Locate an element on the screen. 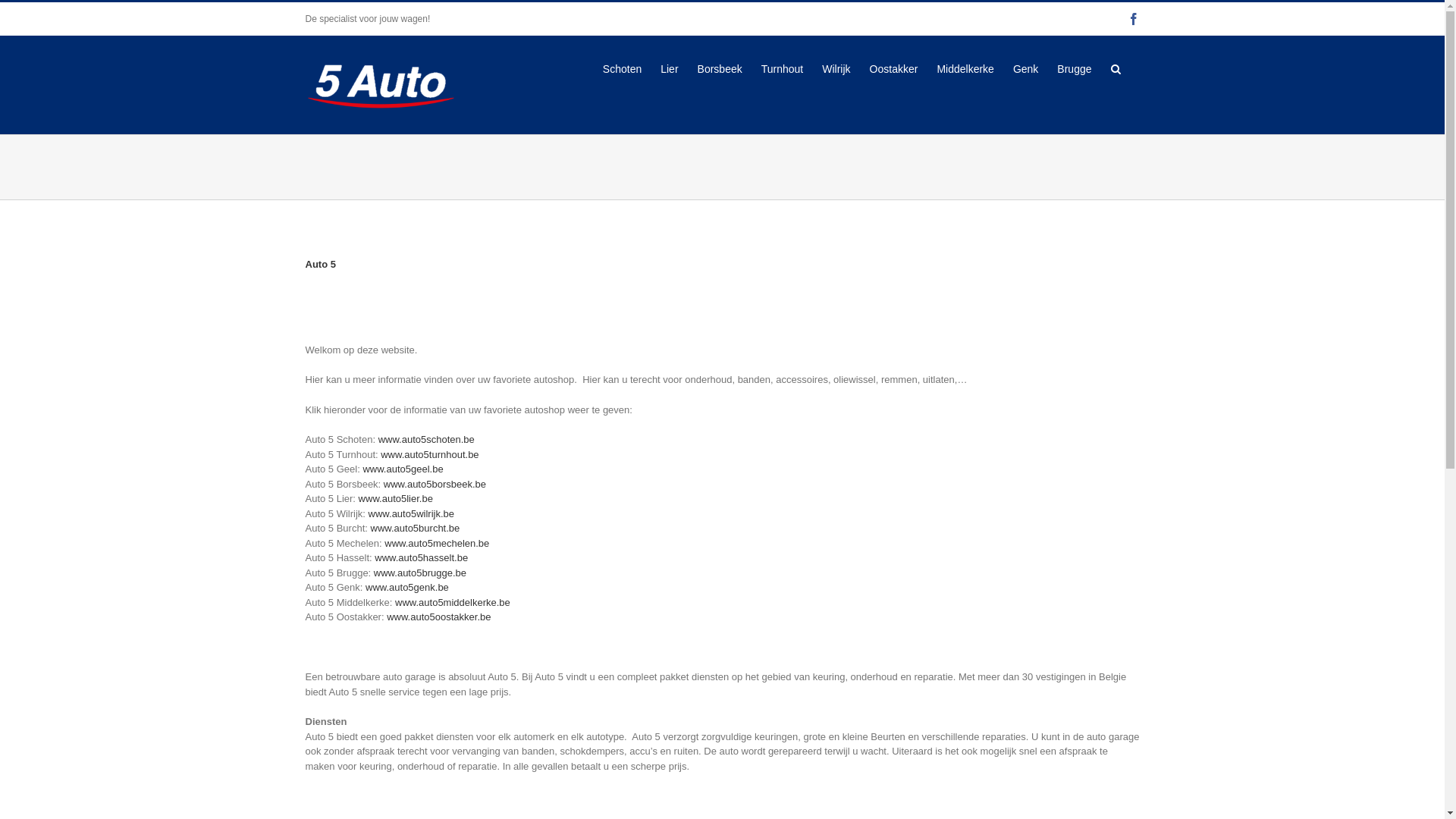 The width and height of the screenshot is (1456, 819). 'www.auto5burcht.be' is located at coordinates (415, 527).